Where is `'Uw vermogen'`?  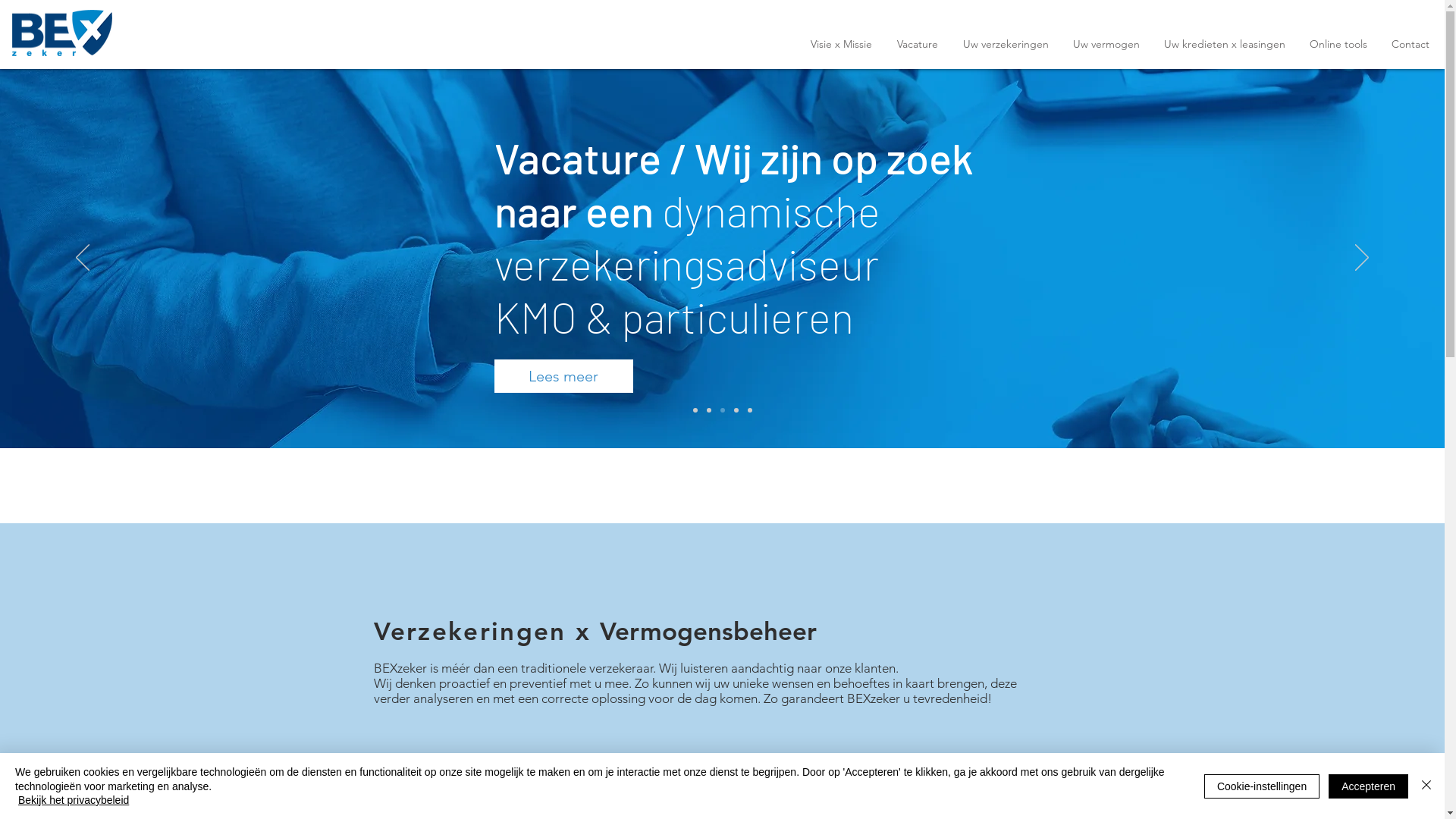 'Uw vermogen' is located at coordinates (1059, 43).